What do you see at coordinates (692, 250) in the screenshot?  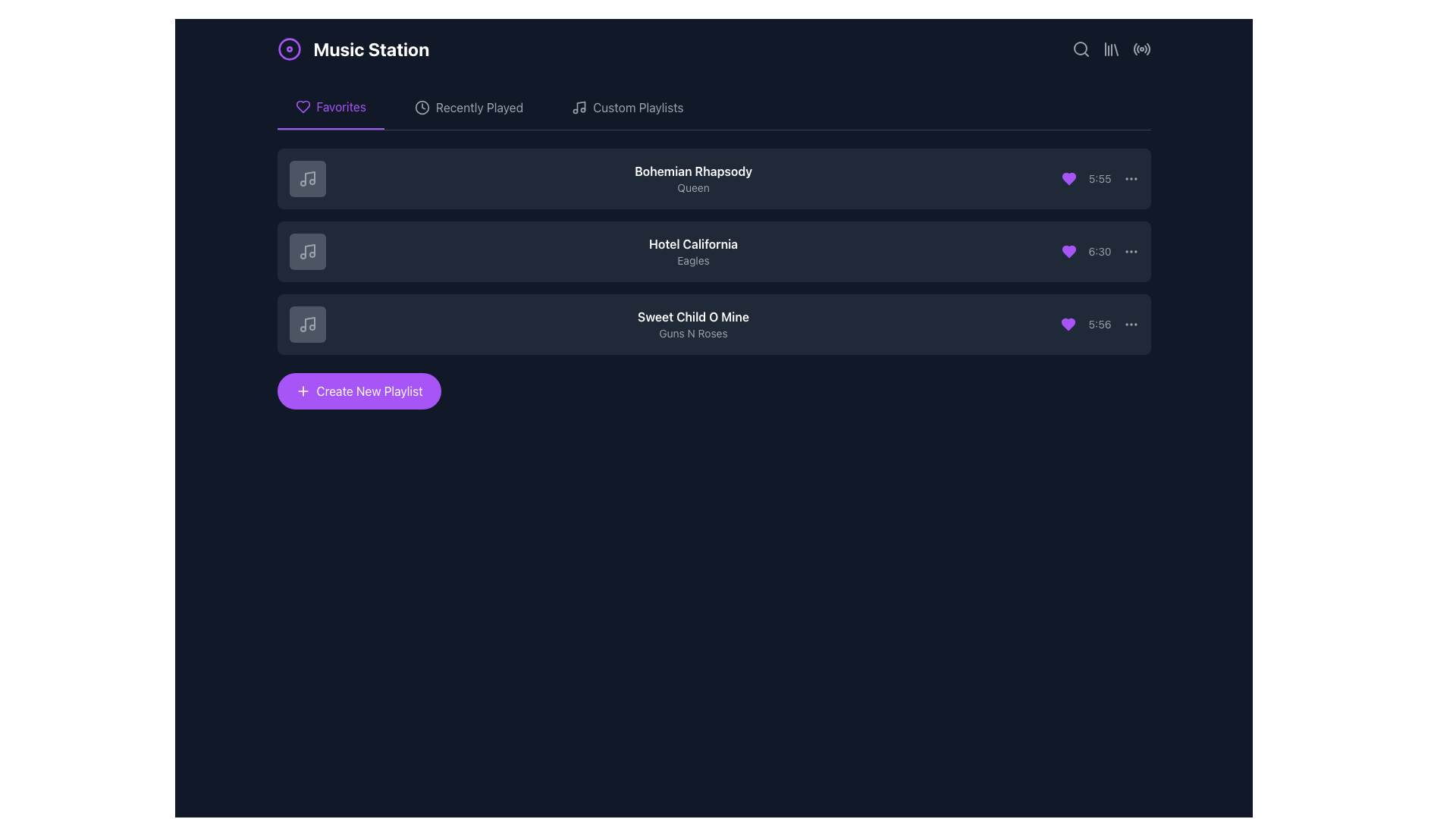 I see `the text display element showing 'Hotel California' by 'Eagles'` at bounding box center [692, 250].